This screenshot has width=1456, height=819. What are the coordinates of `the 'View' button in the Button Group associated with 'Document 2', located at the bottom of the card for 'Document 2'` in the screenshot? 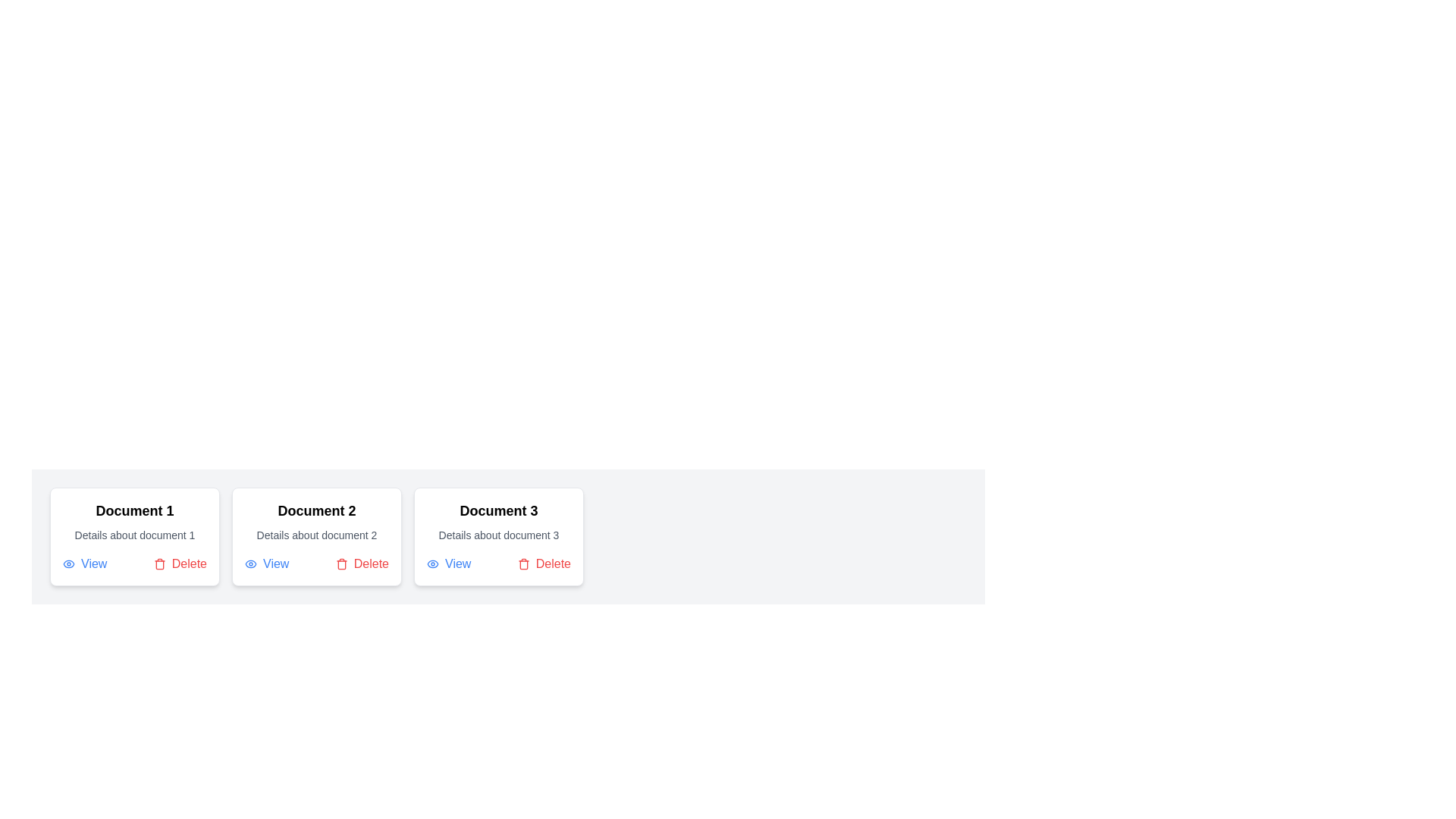 It's located at (315, 564).